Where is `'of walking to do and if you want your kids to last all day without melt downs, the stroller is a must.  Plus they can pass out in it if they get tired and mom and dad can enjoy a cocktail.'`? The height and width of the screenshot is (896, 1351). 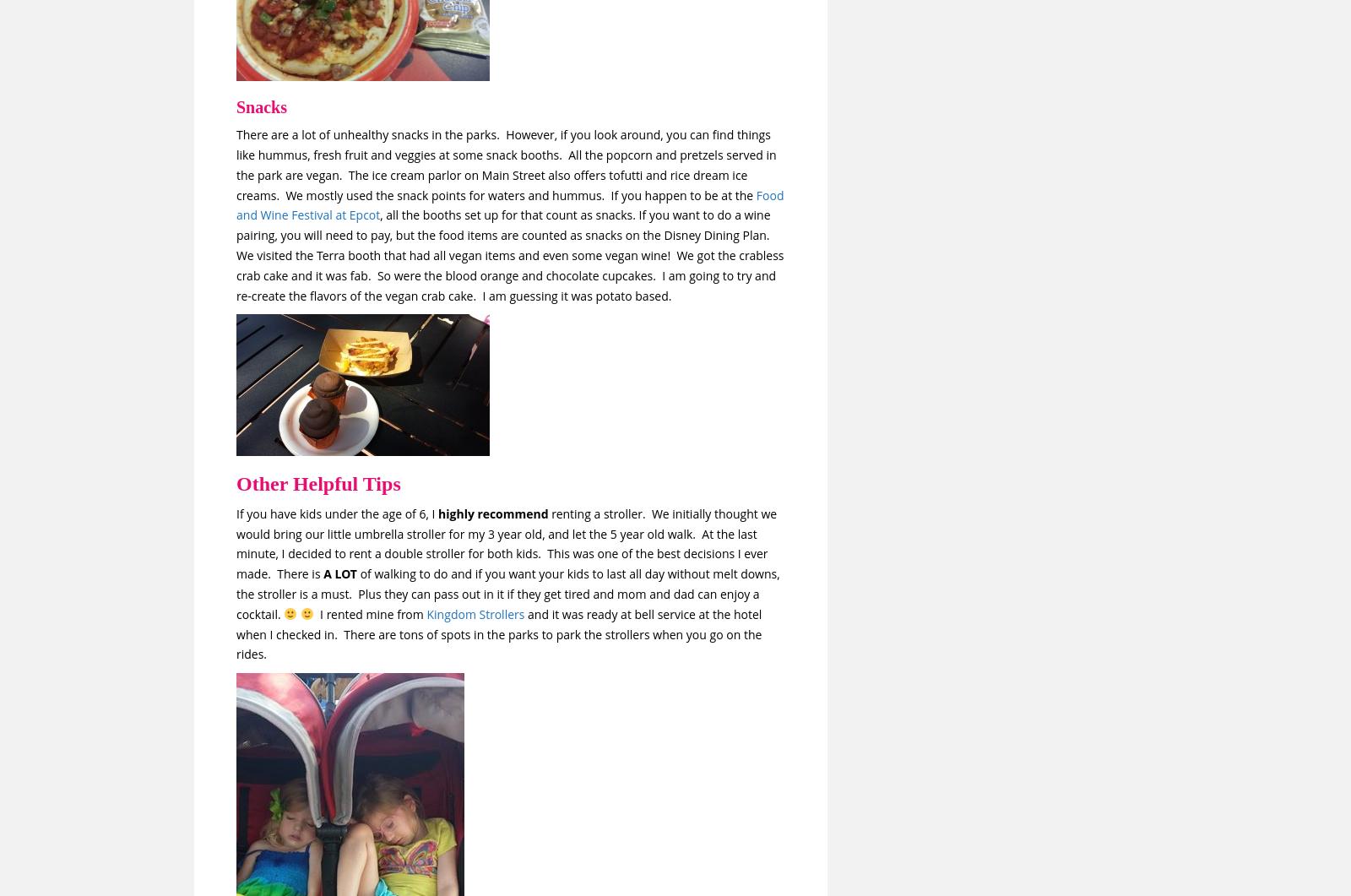
'of walking to do and if you want your kids to last all day without melt downs, the stroller is a must.  Plus they can pass out in it if they get tired and mom and dad can enjoy a cocktail.' is located at coordinates (507, 593).